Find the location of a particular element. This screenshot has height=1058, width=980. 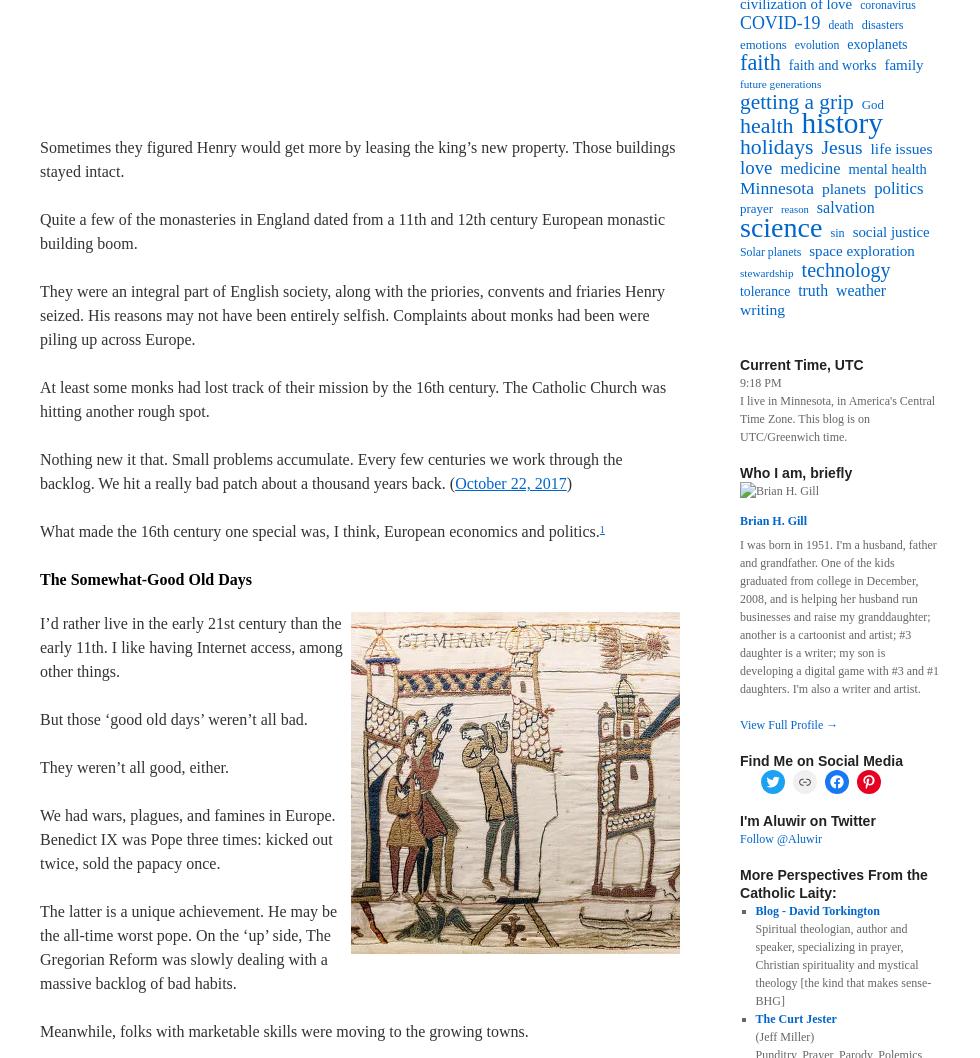

'Spiritual theologian, author and speaker, specializing in prayer, Christian spirituality and mystical theology [the kind that makes sense-BHG]' is located at coordinates (842, 965).